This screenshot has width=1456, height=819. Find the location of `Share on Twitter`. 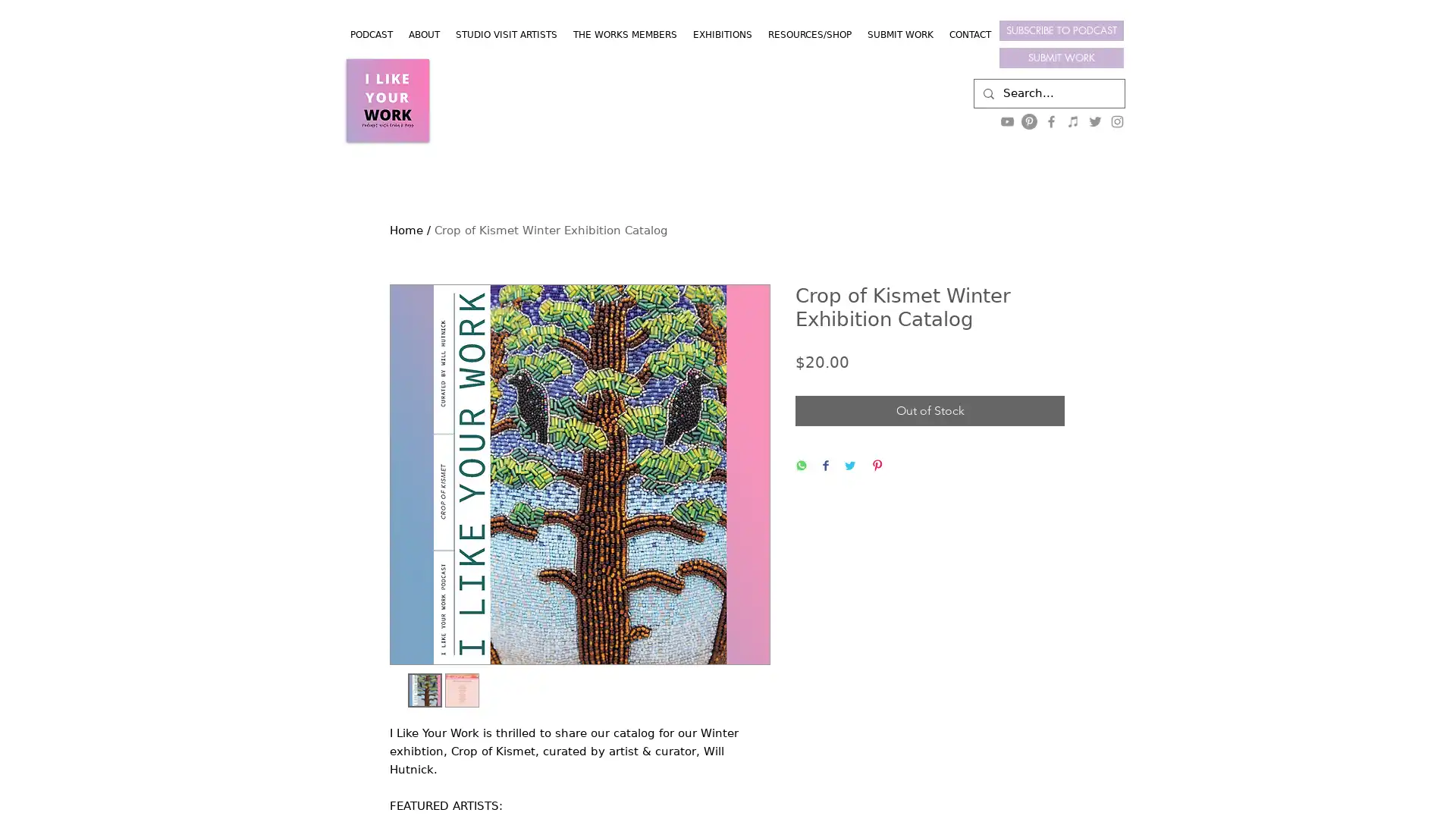

Share on Twitter is located at coordinates (850, 466).